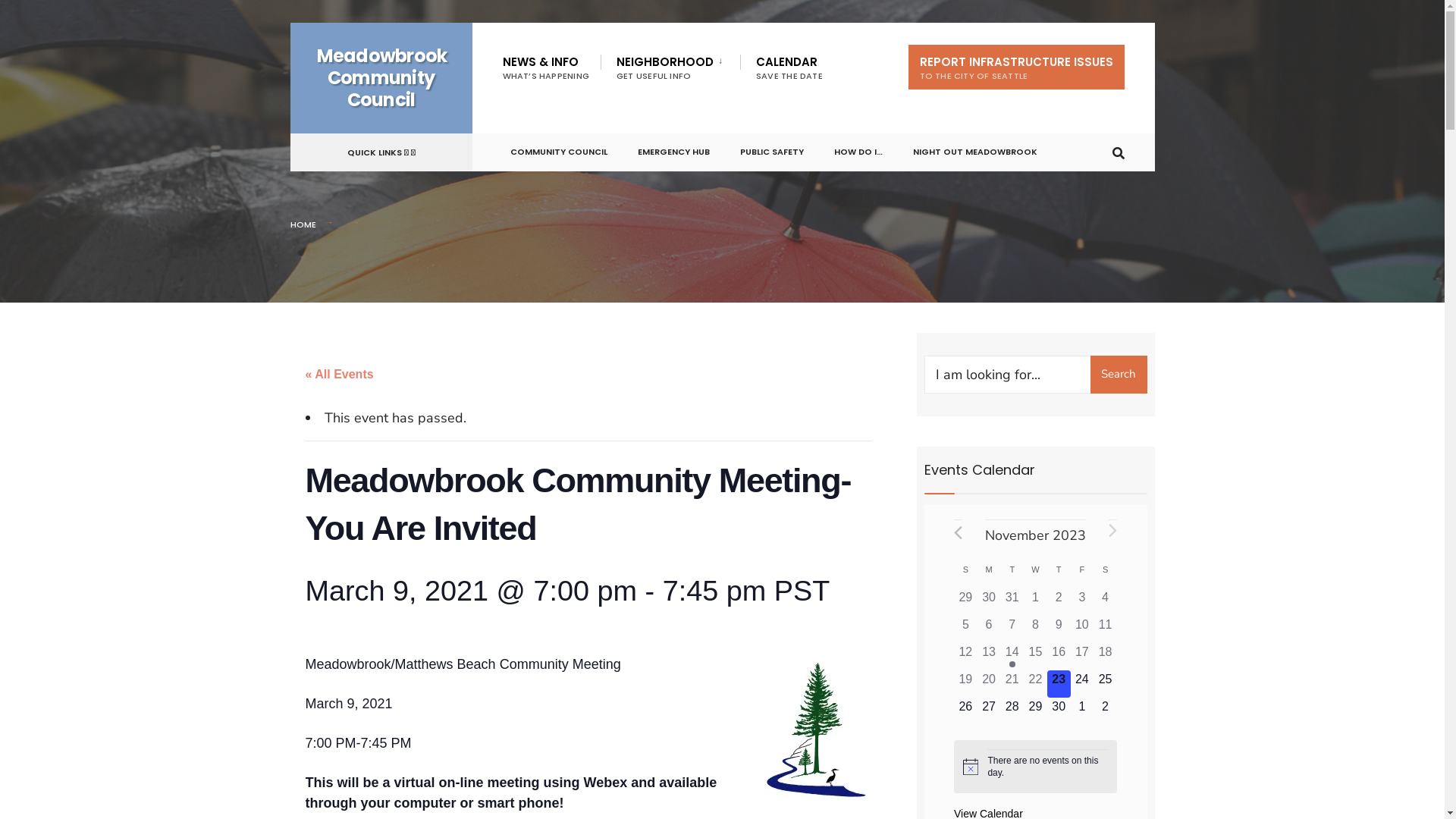 This screenshot has width=1456, height=819. What do you see at coordinates (1034, 656) in the screenshot?
I see `'0 events,` at bounding box center [1034, 656].